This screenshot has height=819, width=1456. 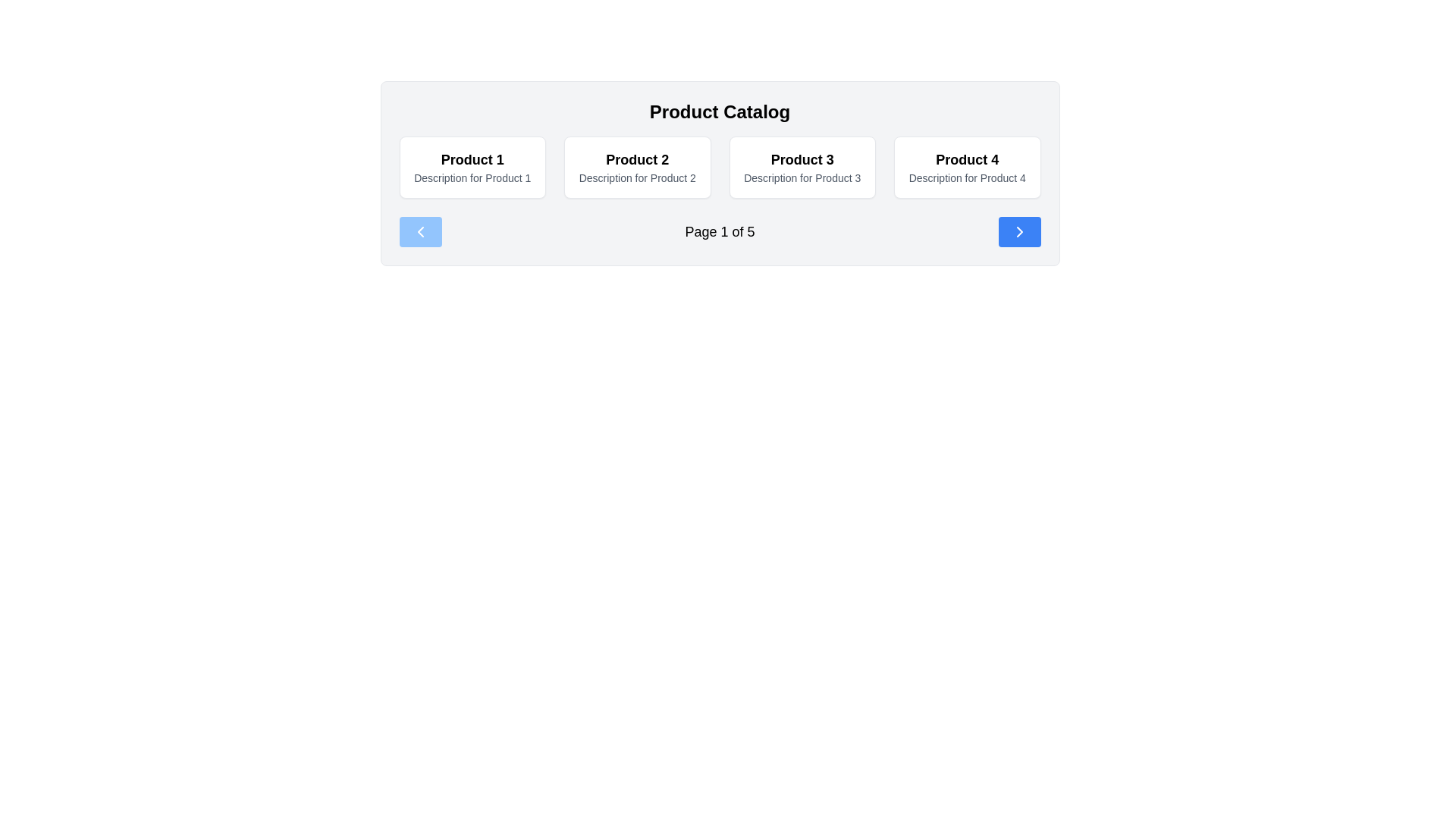 What do you see at coordinates (472, 160) in the screenshot?
I see `the bold heading labeled 'Product 1' which is positioned at the top of the card with a white background and rounded corners` at bounding box center [472, 160].